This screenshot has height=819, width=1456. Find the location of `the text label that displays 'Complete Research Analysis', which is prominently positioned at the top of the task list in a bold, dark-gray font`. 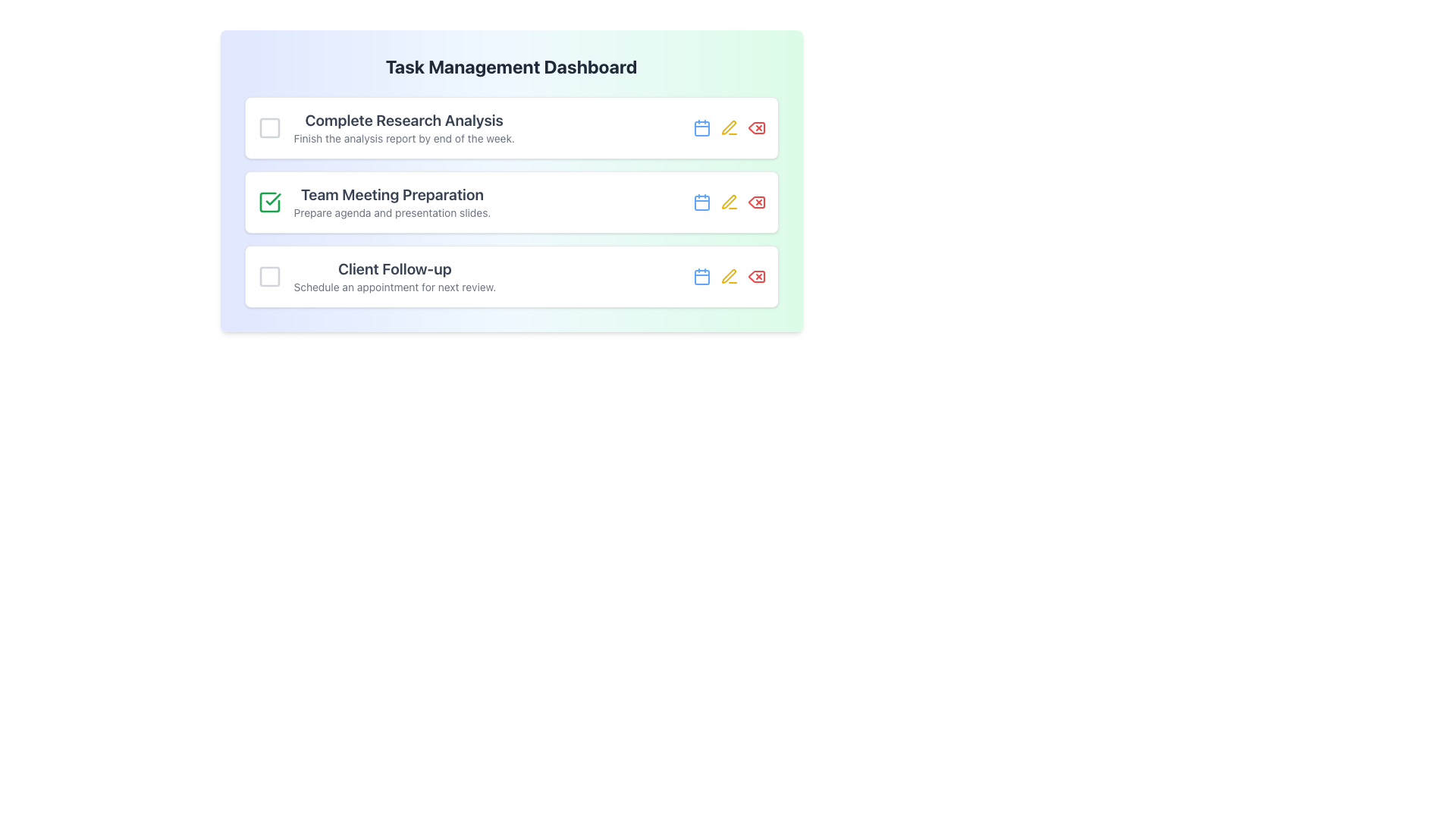

the text label that displays 'Complete Research Analysis', which is prominently positioned at the top of the task list in a bold, dark-gray font is located at coordinates (404, 119).